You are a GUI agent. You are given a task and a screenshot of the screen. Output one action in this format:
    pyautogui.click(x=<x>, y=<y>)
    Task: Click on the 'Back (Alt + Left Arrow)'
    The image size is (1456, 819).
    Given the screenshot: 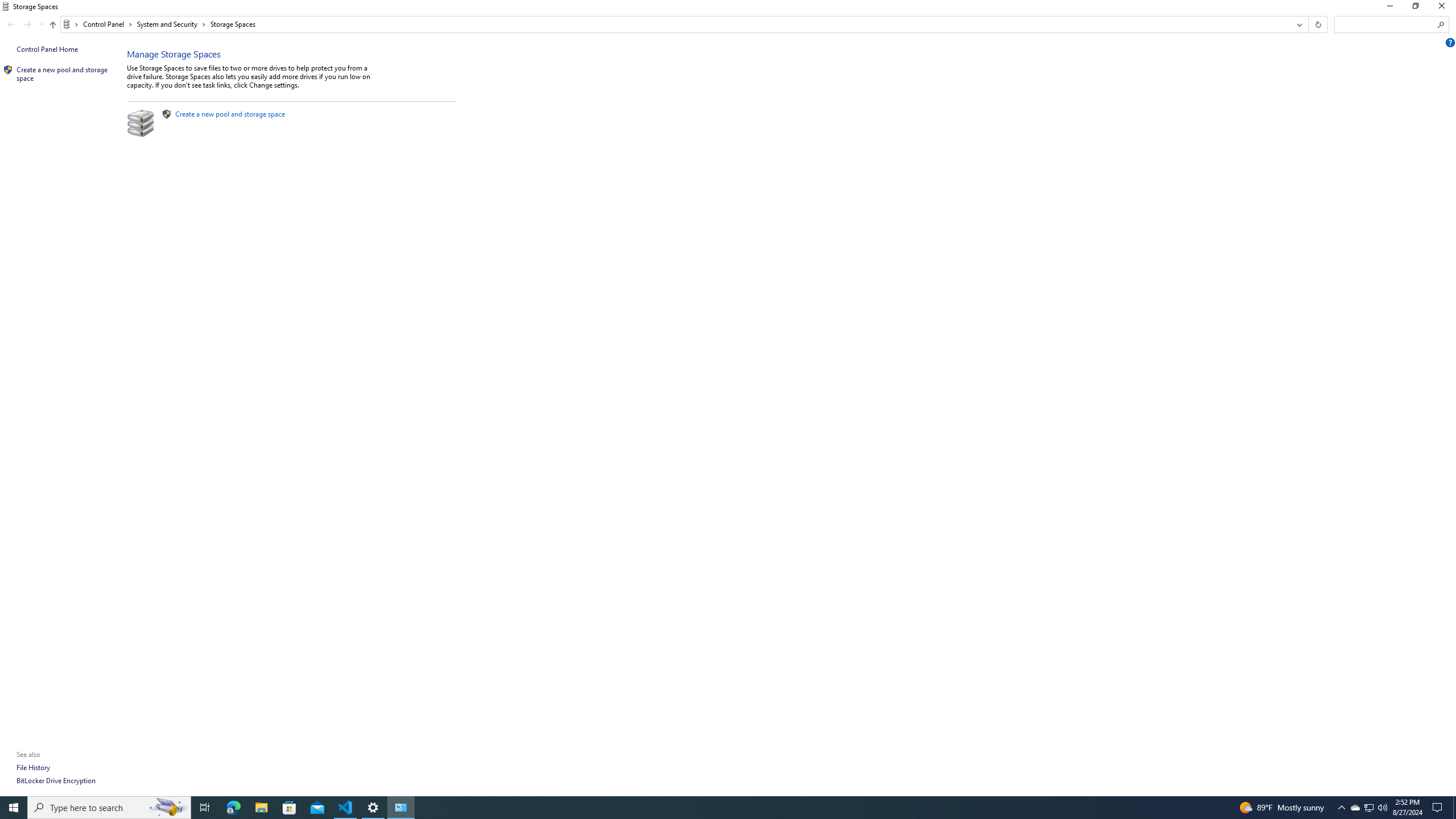 What is the action you would take?
    pyautogui.click(x=11, y=24)
    